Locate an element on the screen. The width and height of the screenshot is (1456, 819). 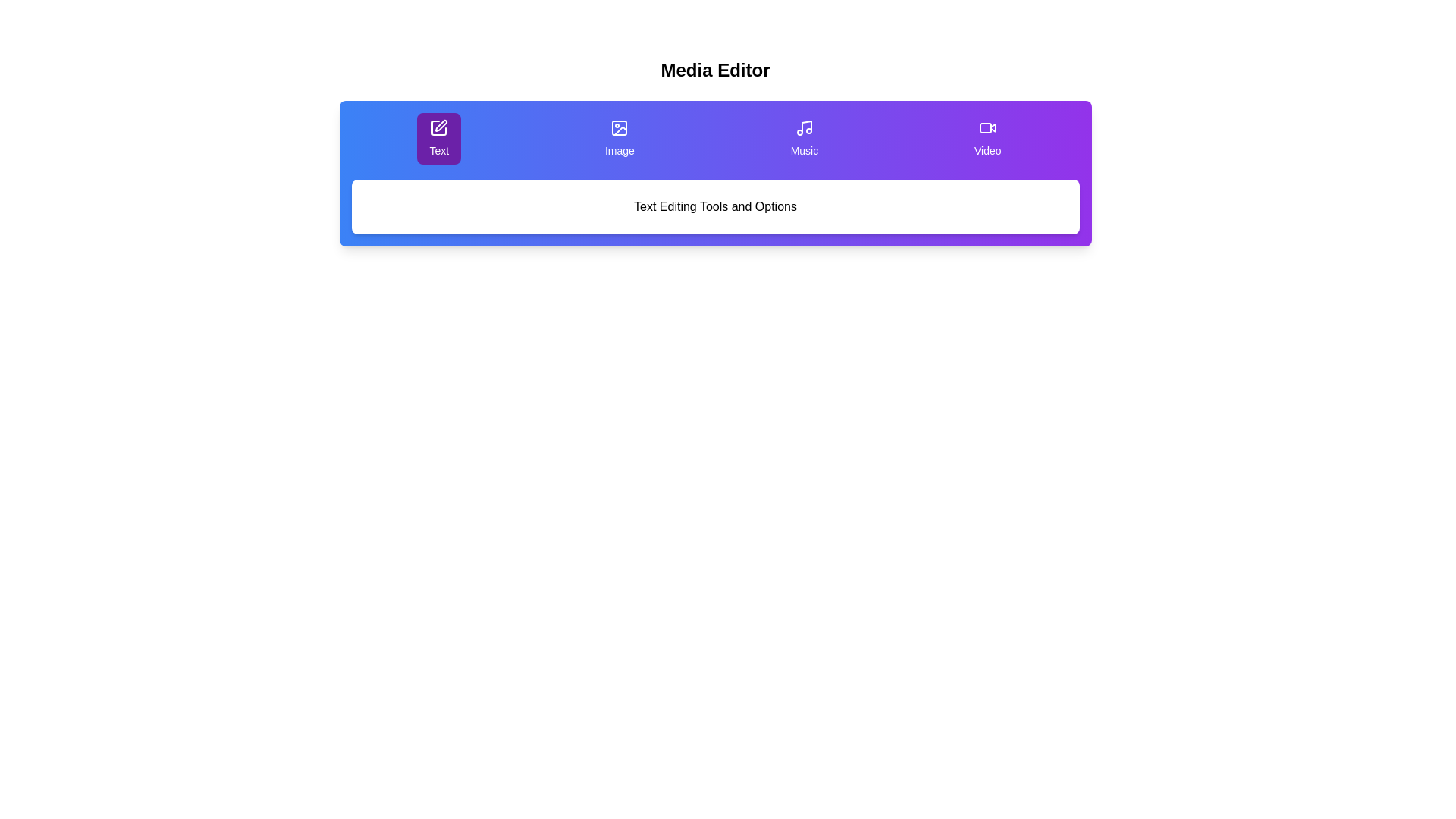
the minimalist image icon located in the second position of the 'Image' toolbar button is located at coordinates (620, 127).